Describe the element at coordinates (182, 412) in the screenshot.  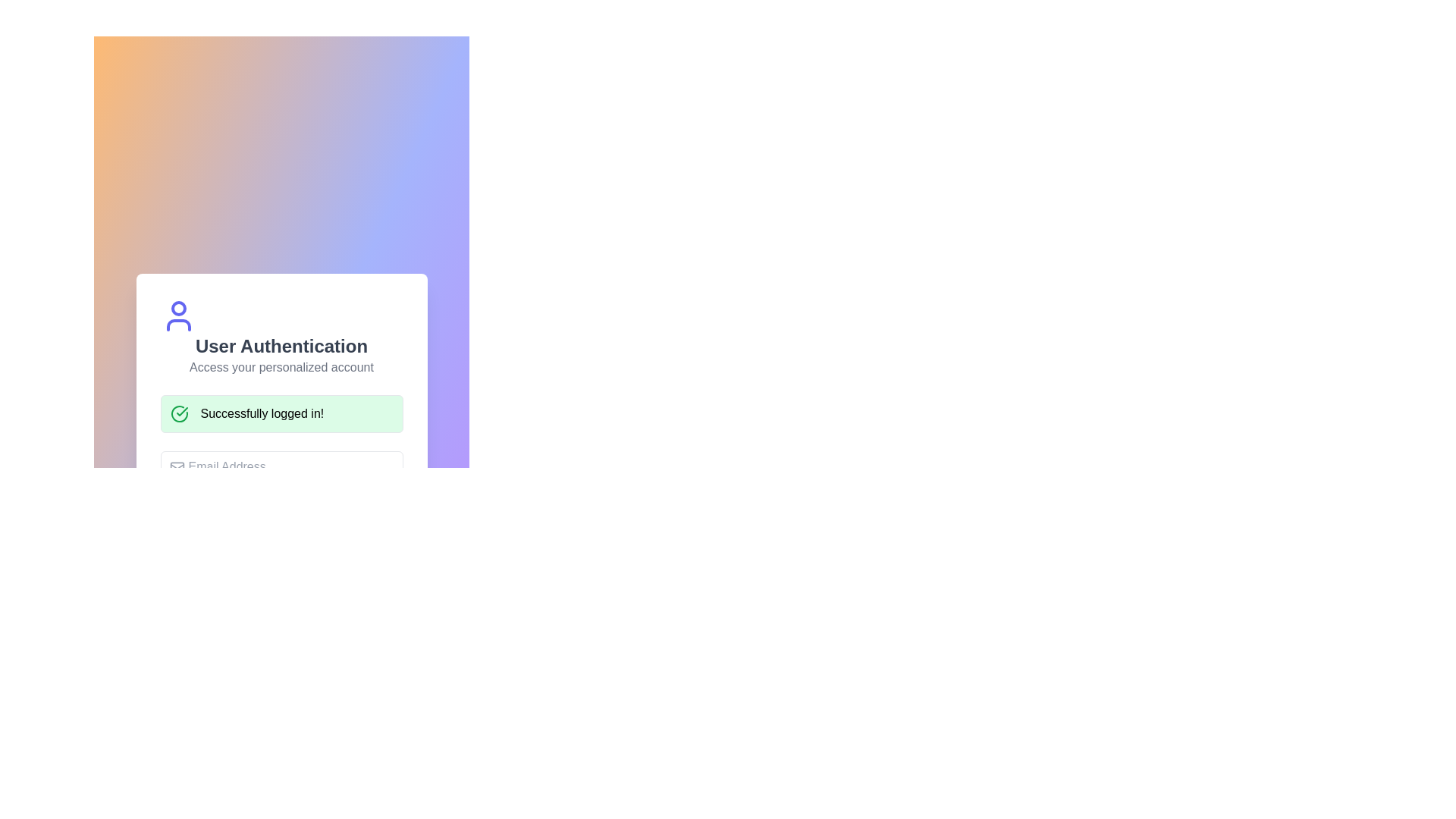
I see `the Checkmark Icon, which is part of a circular green icon indicating a successful operation within the notification panel below 'User Authentication' and 'Access your personalized account'` at that location.